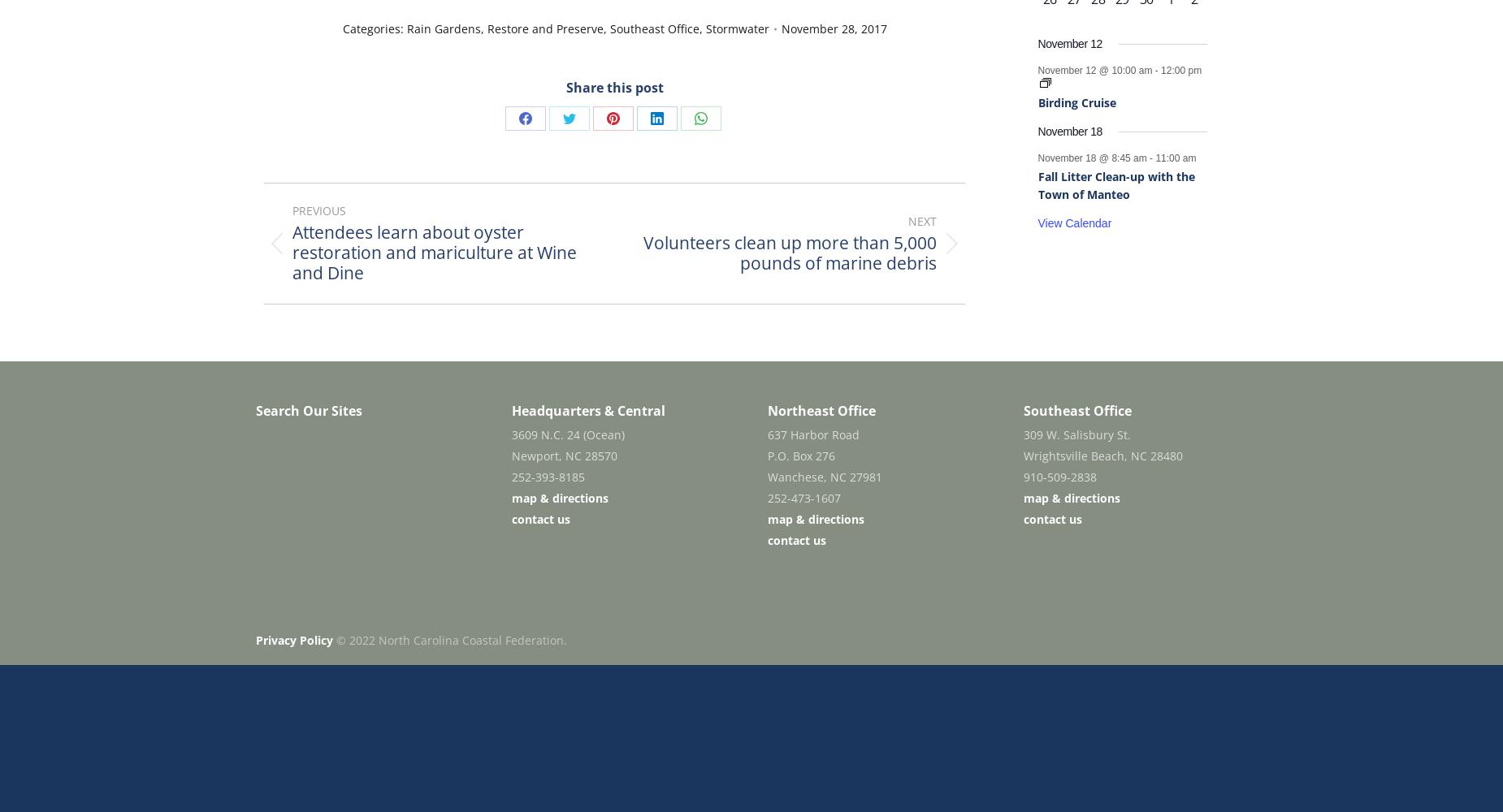  What do you see at coordinates (1037, 223) in the screenshot?
I see `'View Calendar'` at bounding box center [1037, 223].